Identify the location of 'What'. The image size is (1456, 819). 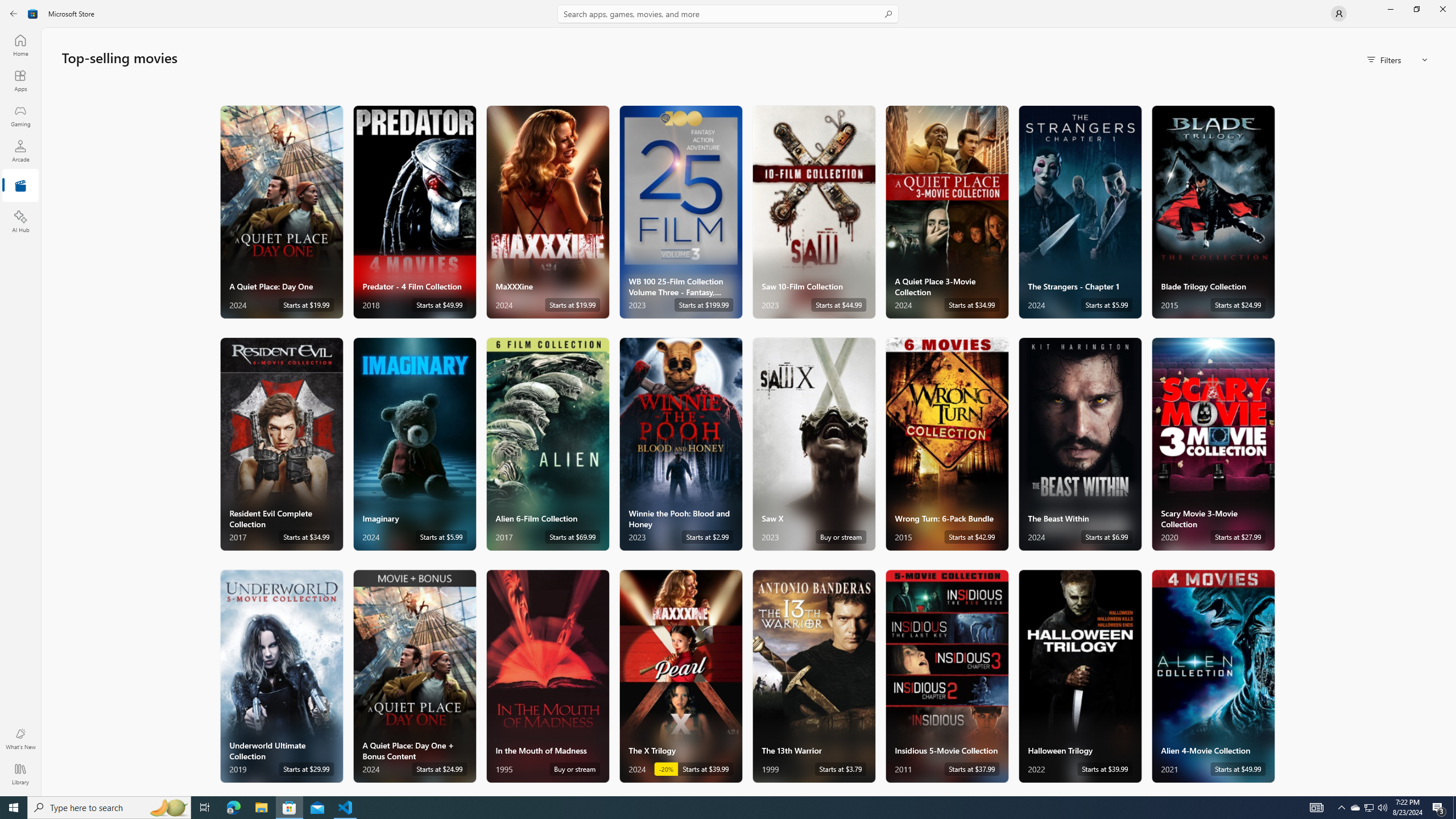
(19, 738).